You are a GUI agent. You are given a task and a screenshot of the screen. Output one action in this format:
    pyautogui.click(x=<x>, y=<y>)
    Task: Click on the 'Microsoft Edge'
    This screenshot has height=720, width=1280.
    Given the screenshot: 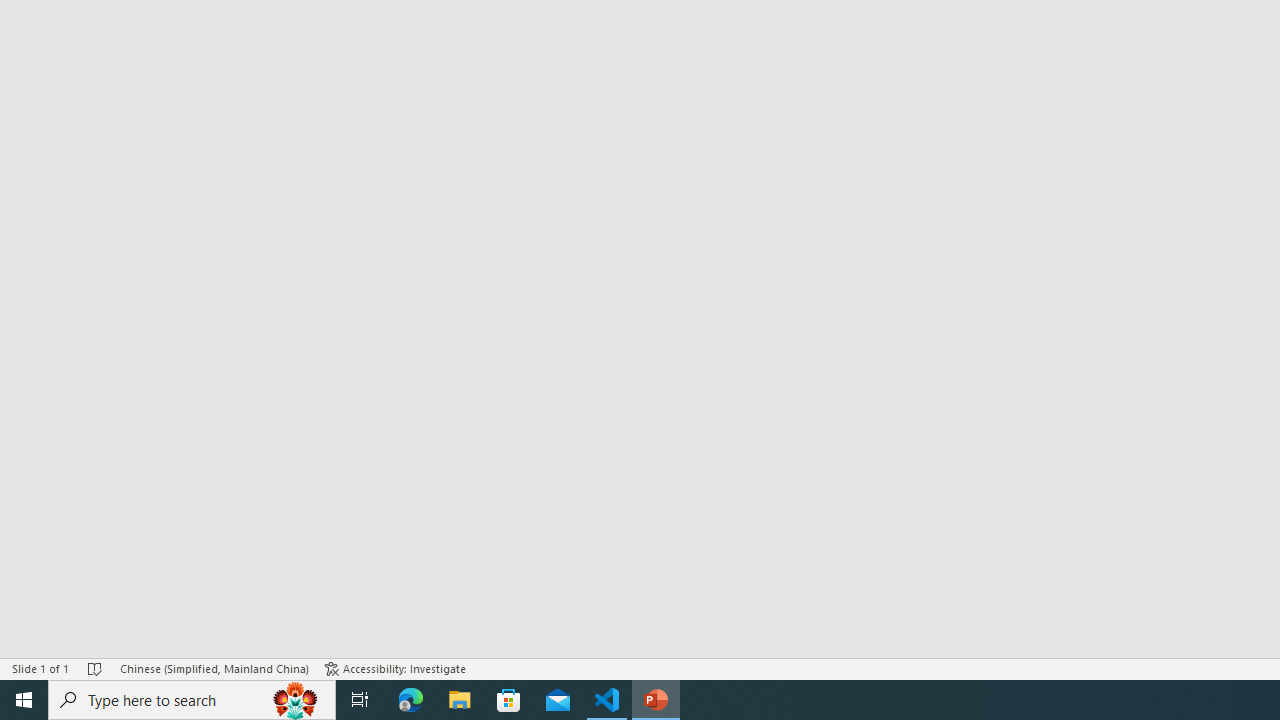 What is the action you would take?
    pyautogui.click(x=410, y=698)
    